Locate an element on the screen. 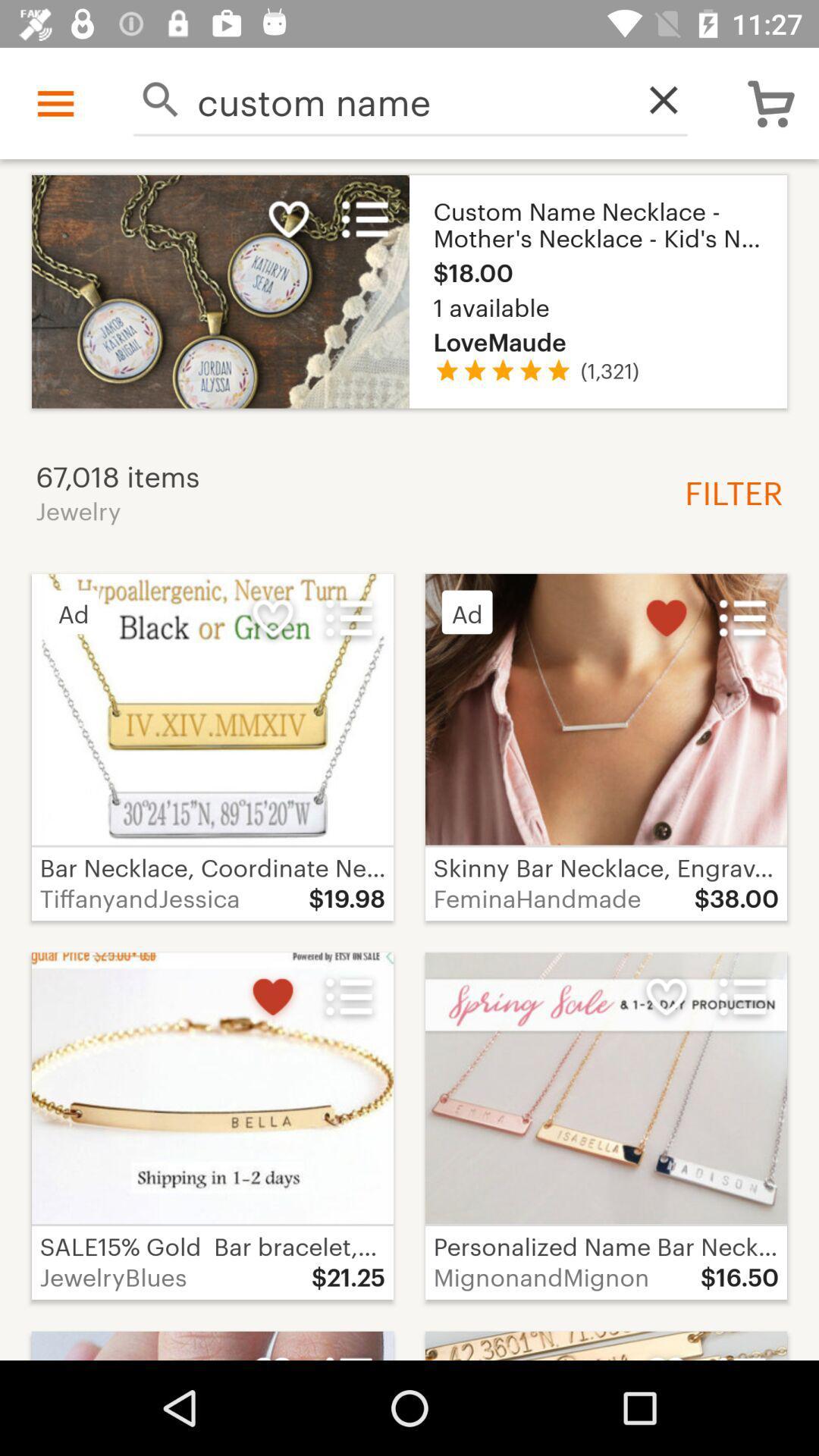  the image which has price 2125 is located at coordinates (212, 1125).